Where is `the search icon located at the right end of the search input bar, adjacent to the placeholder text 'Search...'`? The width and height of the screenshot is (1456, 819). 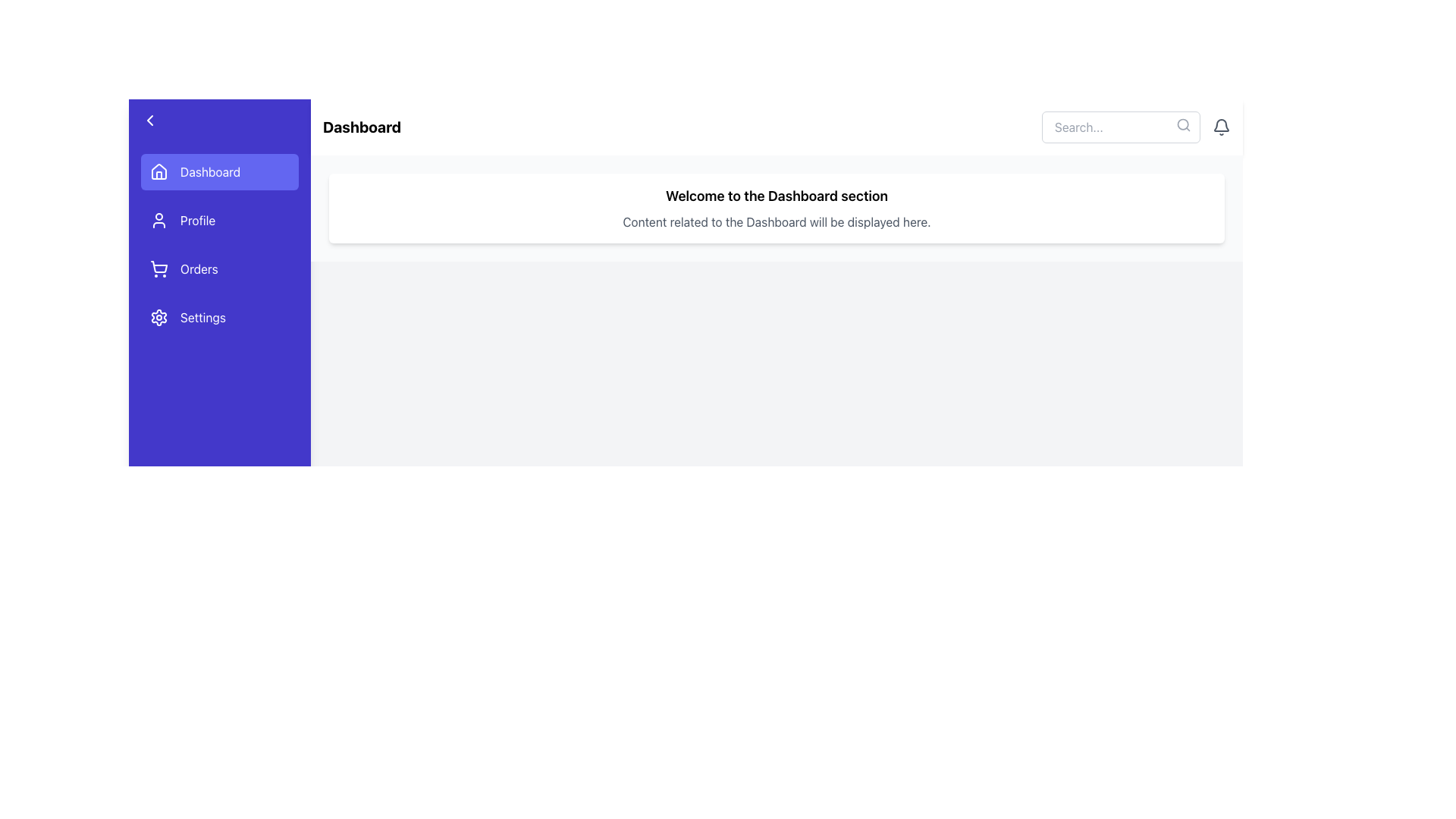
the search icon located at the right end of the search input bar, adjacent to the placeholder text 'Search...' is located at coordinates (1182, 124).